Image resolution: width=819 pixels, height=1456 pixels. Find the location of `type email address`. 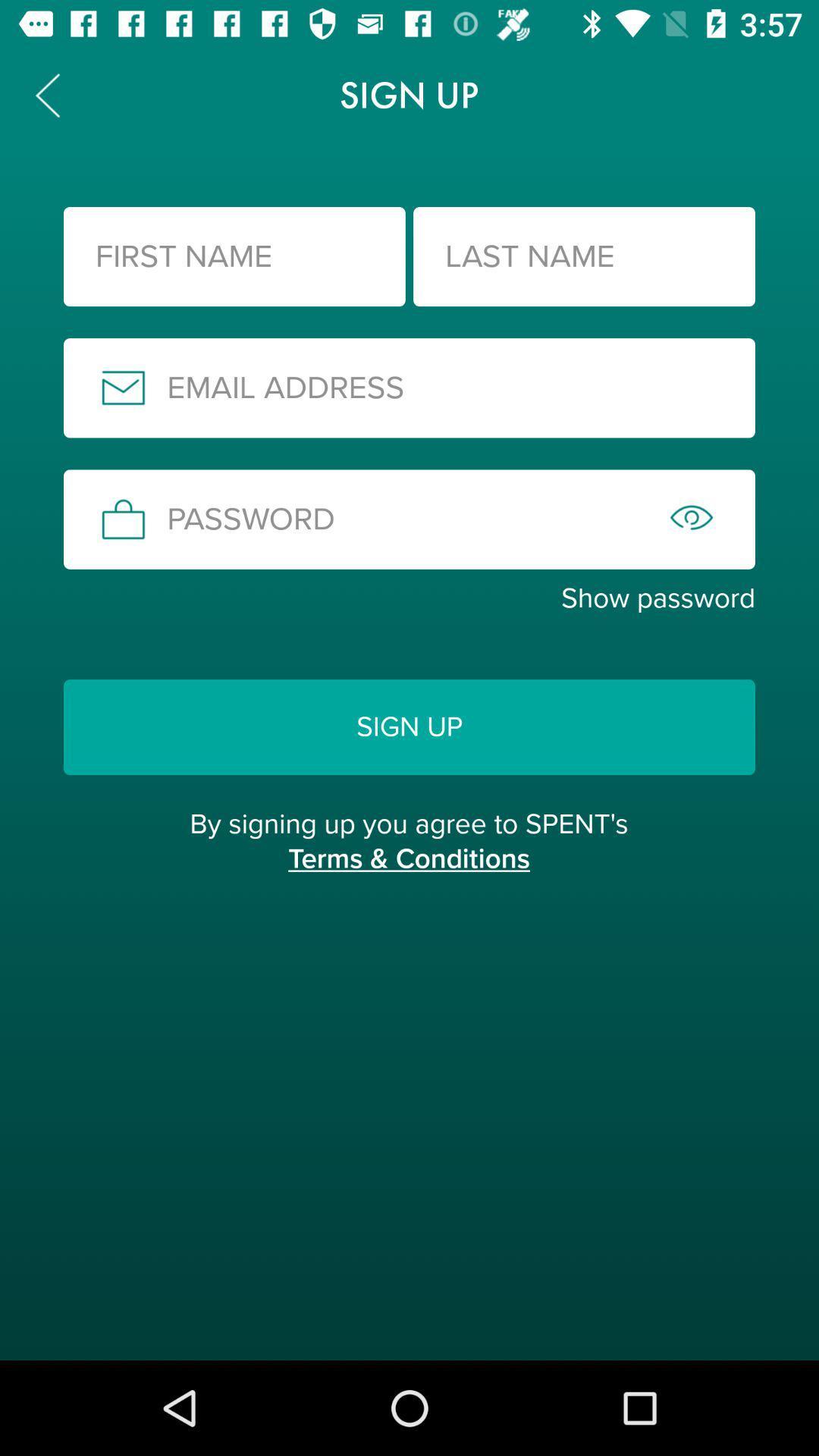

type email address is located at coordinates (409, 388).